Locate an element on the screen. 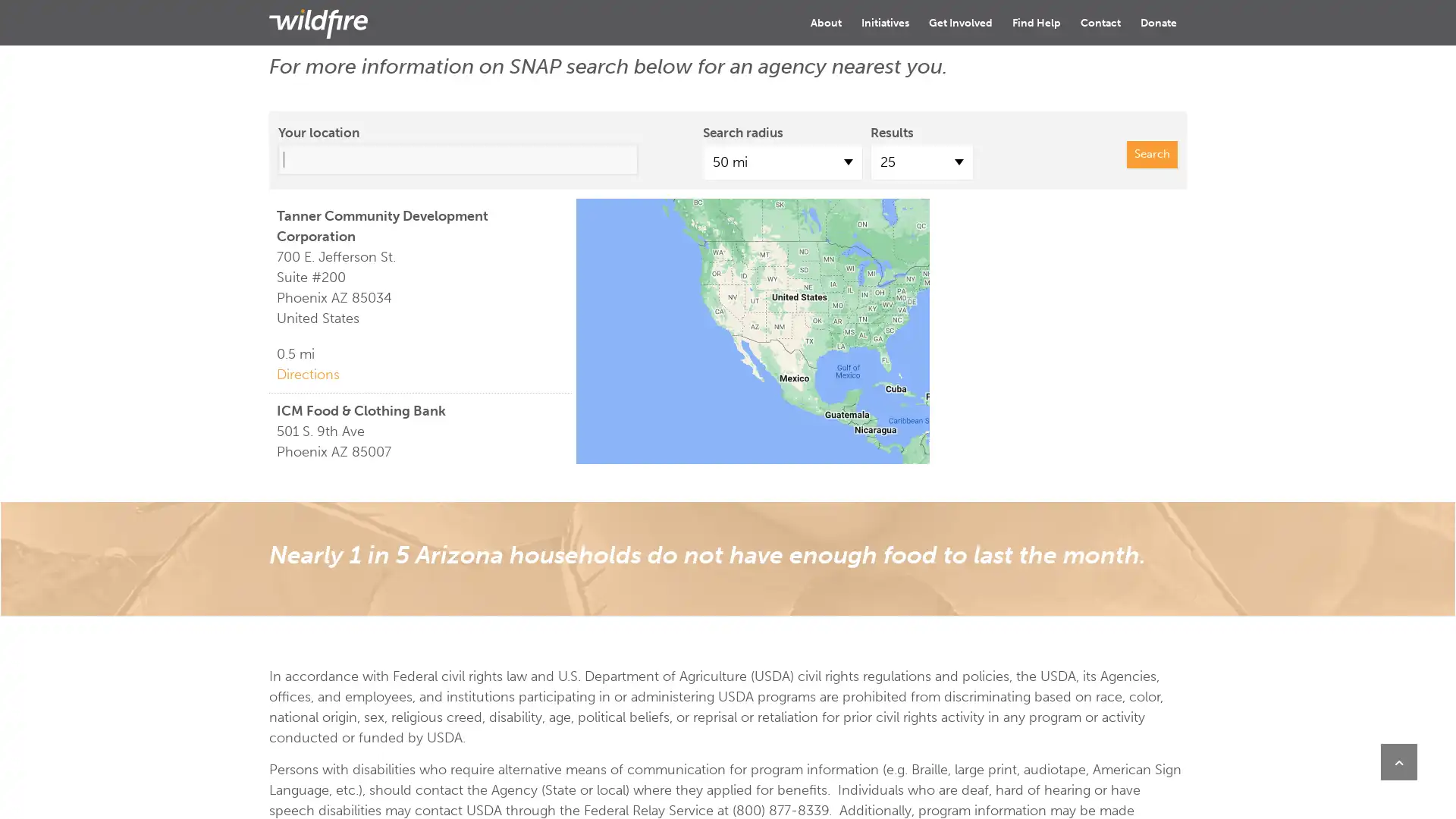 Image resolution: width=1456 pixels, height=819 pixels. Foothills Village Public Housing is located at coordinates (869, 360).